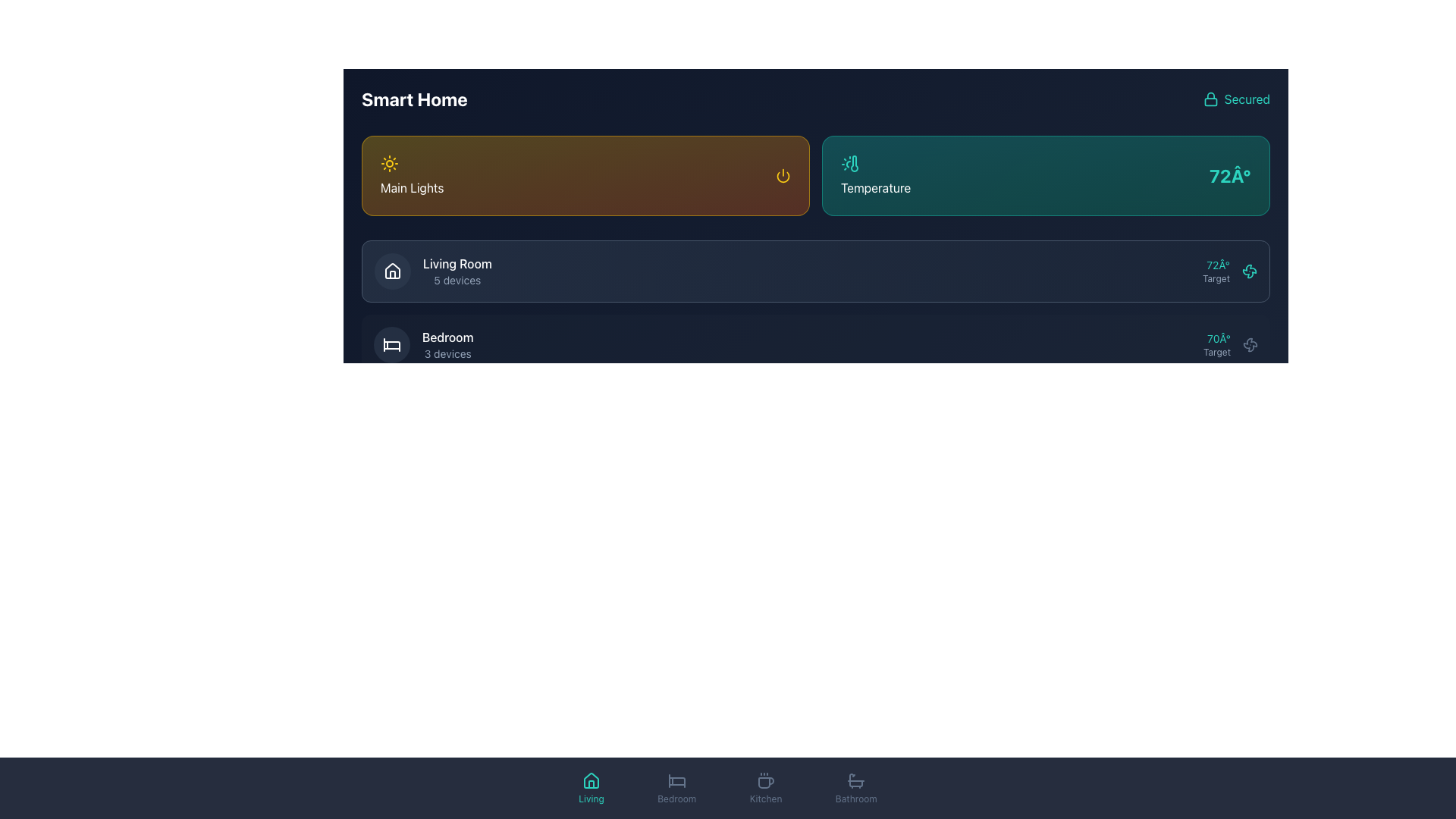  I want to click on text content displaying information about the 'Living Room' which indicates it has 5 devices associated with it, positioned below 'Main Lights' and above 'Bedroom', so click(457, 271).